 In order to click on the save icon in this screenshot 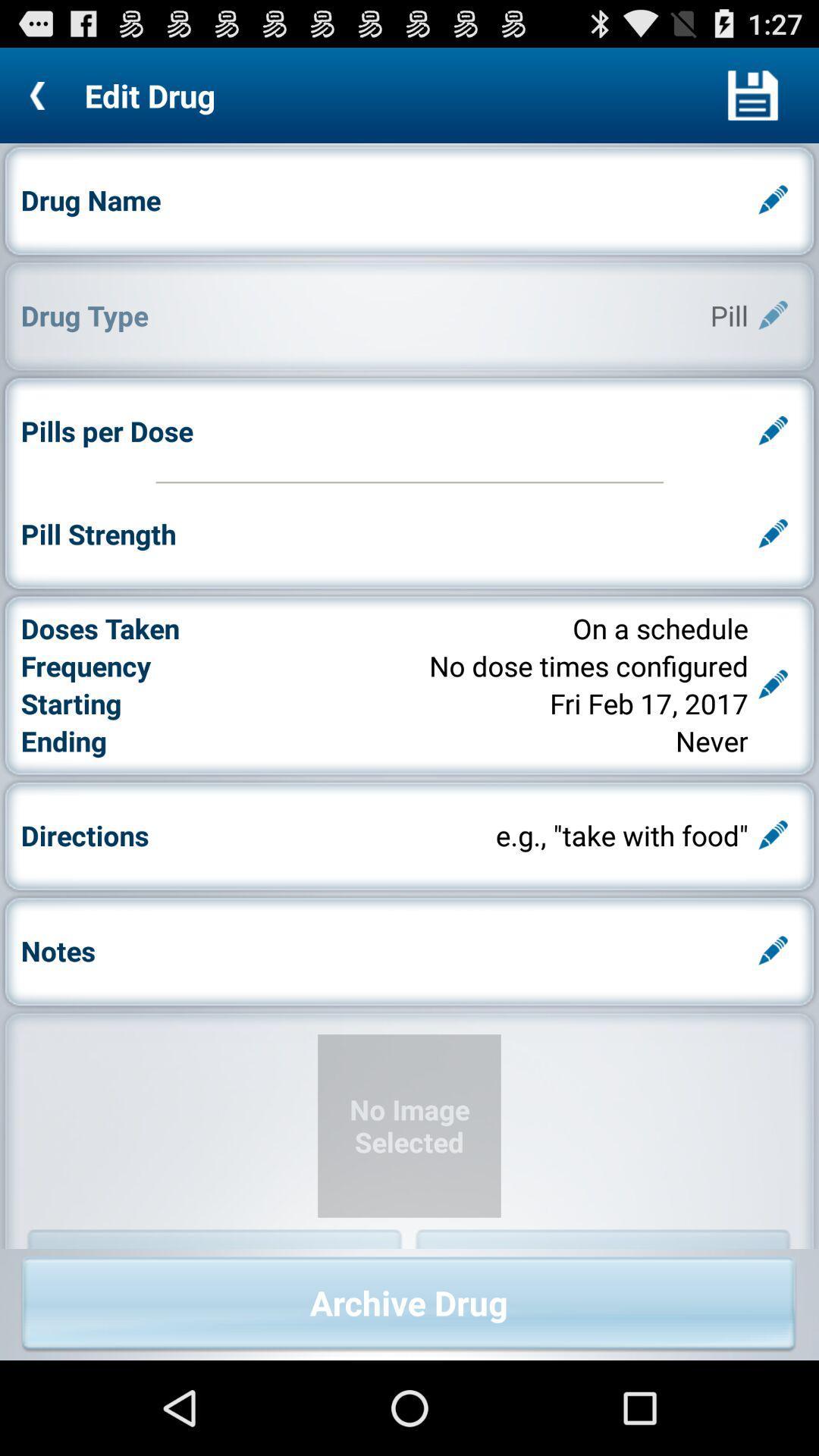, I will do `click(752, 101)`.